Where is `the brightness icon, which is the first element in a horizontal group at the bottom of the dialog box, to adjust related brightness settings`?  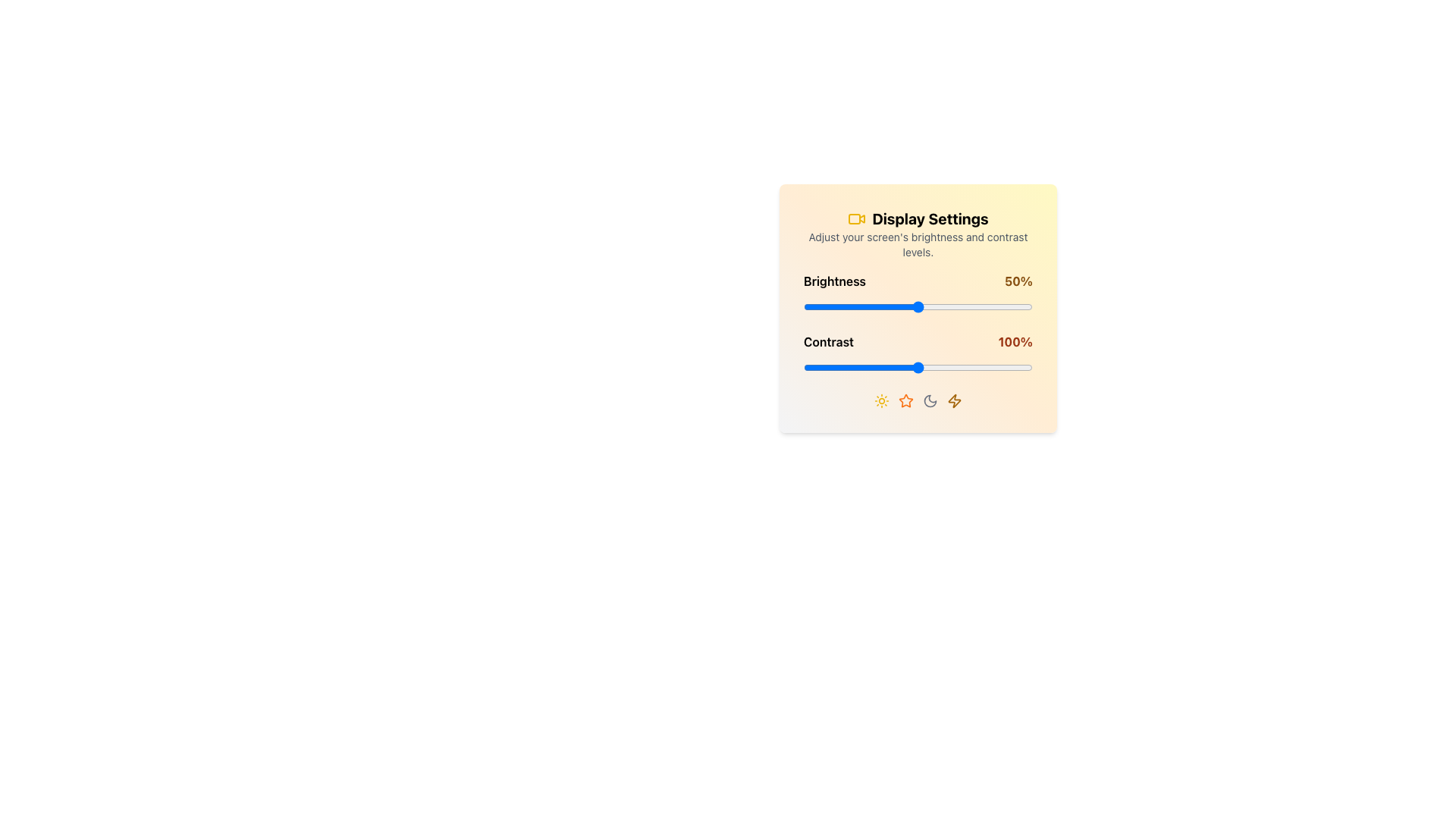 the brightness icon, which is the first element in a horizontal group at the bottom of the dialog box, to adjust related brightness settings is located at coordinates (881, 400).